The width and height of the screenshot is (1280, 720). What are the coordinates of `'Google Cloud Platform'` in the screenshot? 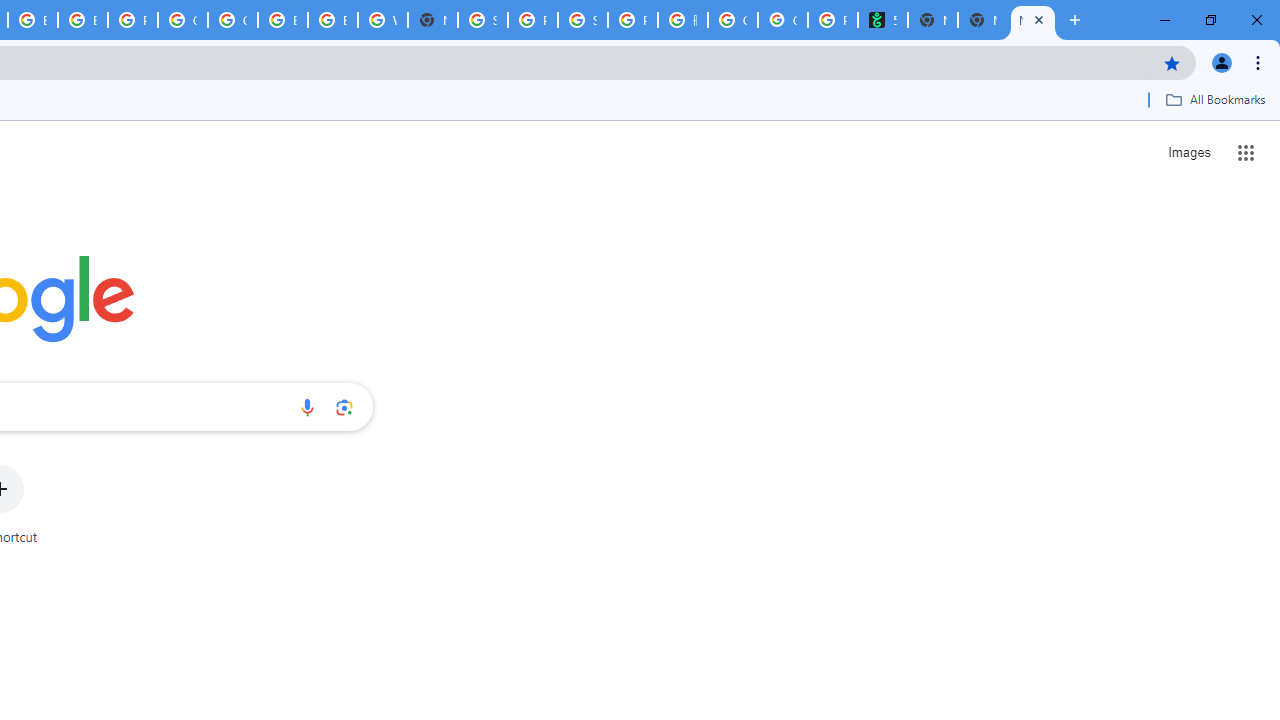 It's located at (183, 20).